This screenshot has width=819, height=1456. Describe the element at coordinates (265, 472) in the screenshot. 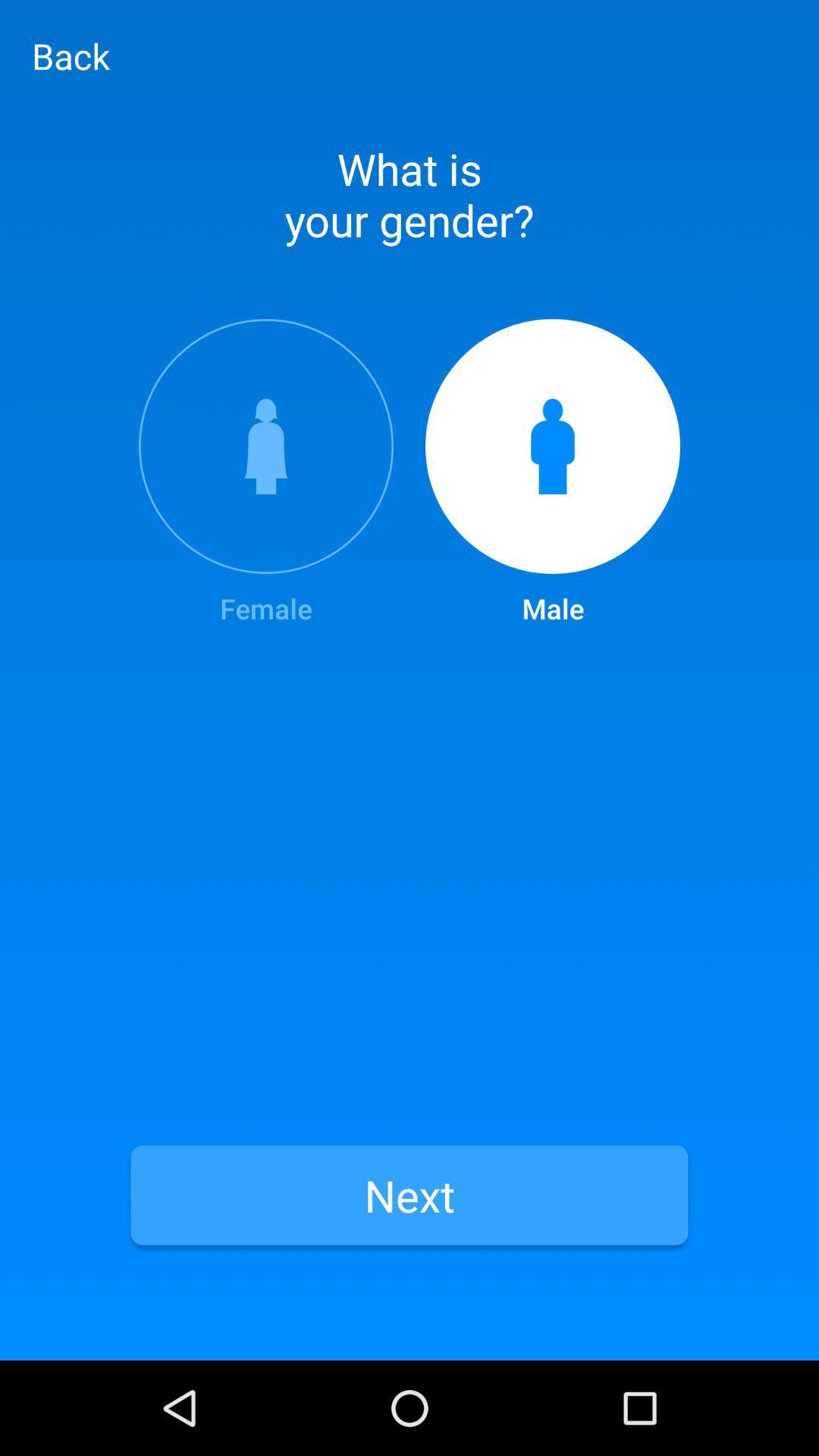

I see `female icon` at that location.